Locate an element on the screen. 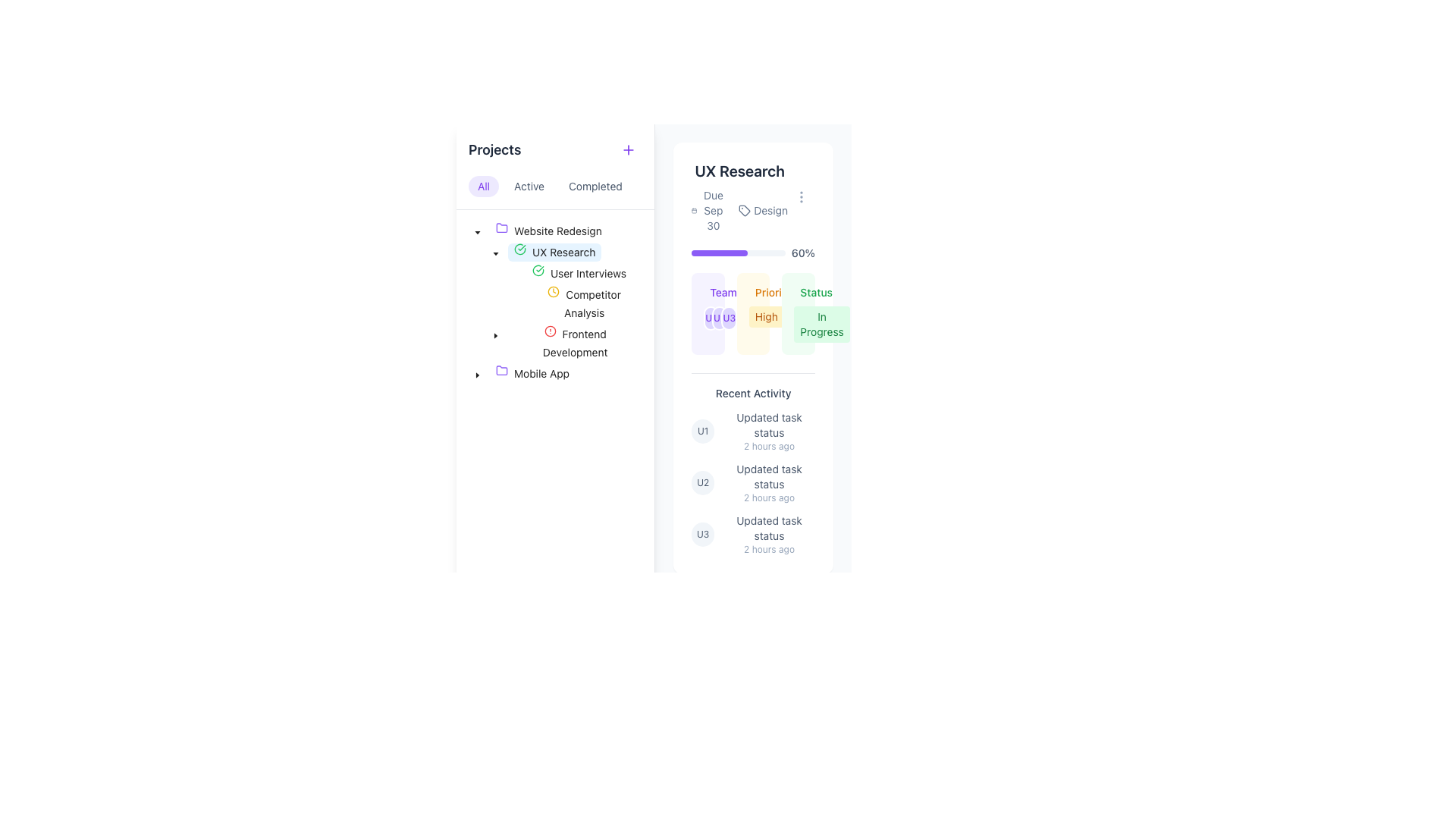 This screenshot has width=1456, height=819. the second text entry in the 'Recent Activity' section of the 'UX Research' panel, which displays a log entry of a task's status update with its timestamp is located at coordinates (769, 482).